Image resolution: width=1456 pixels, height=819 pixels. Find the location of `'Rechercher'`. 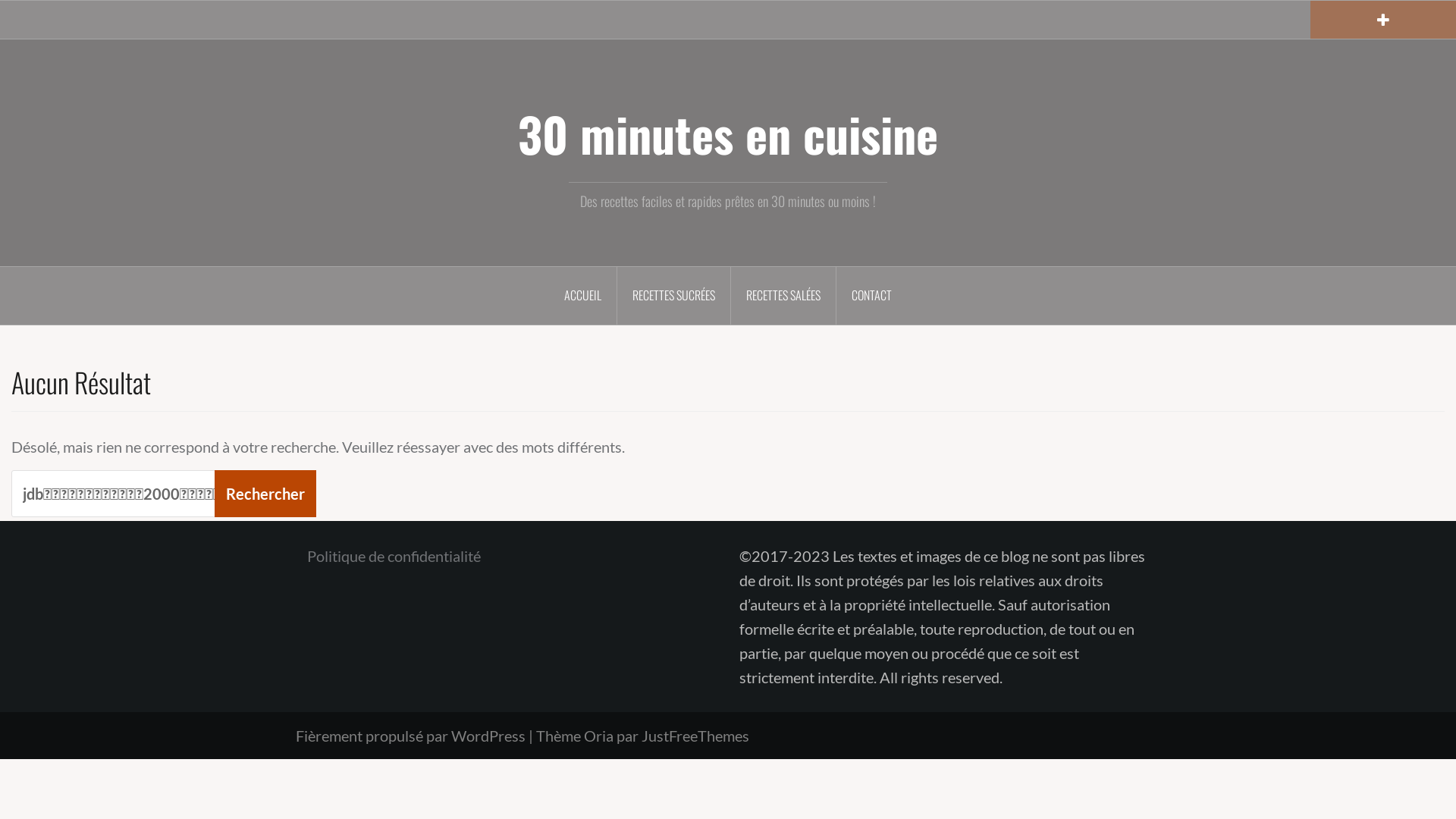

'Rechercher' is located at coordinates (265, 494).